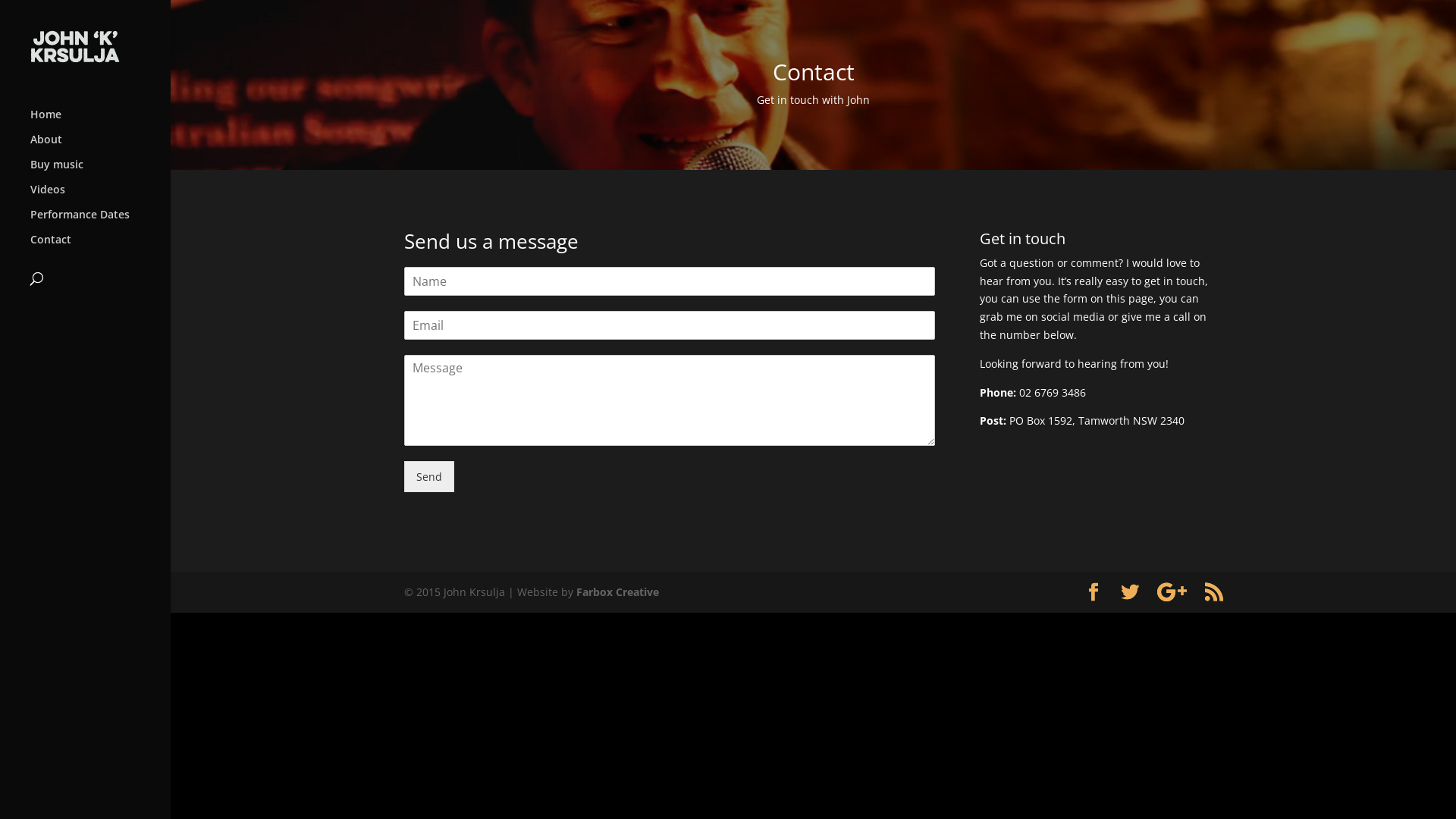 This screenshot has height=819, width=1456. What do you see at coordinates (30, 246) in the screenshot?
I see `'Contact'` at bounding box center [30, 246].